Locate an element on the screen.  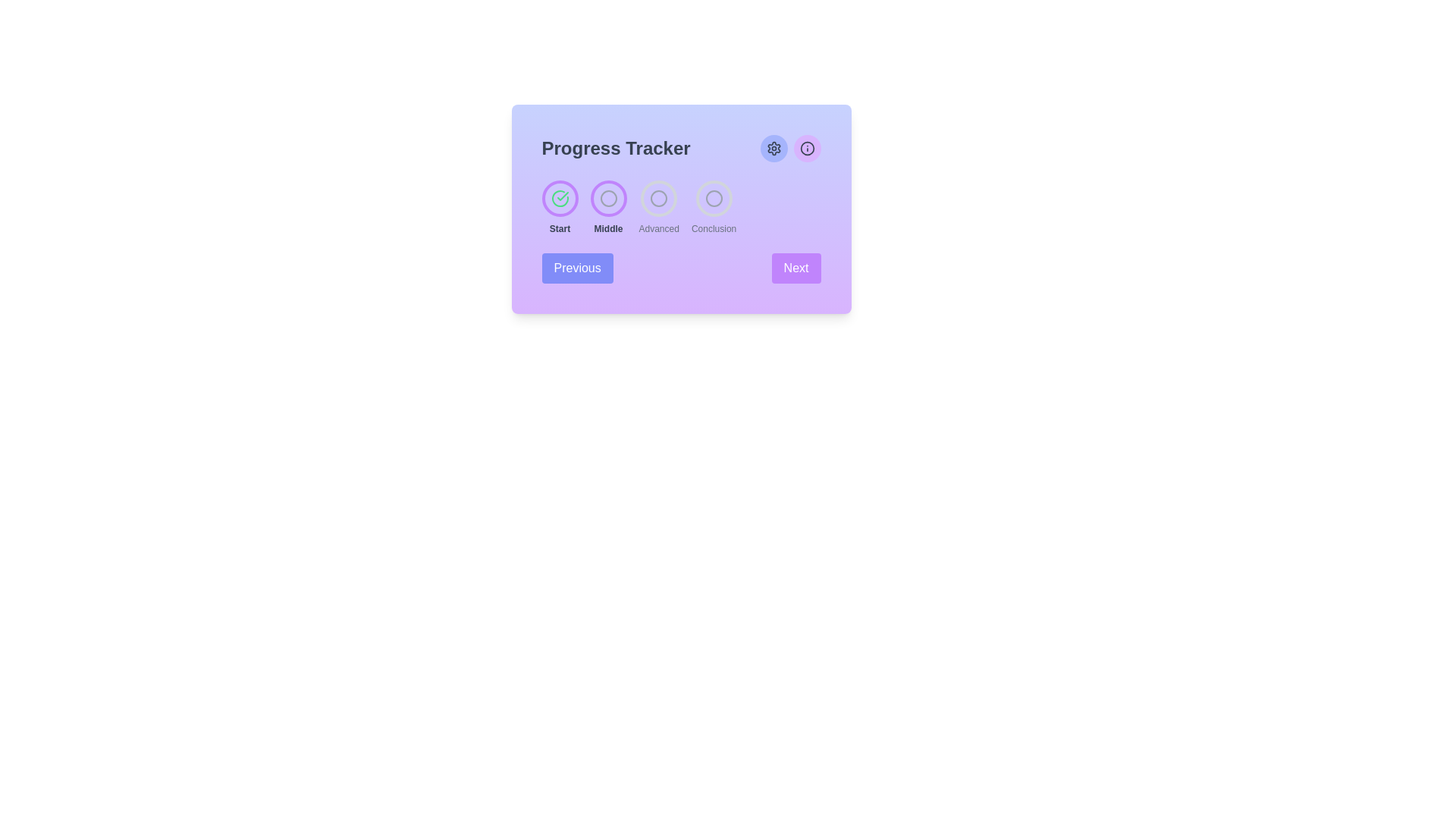
the circular purple button with an 'i' icon located in the top-right corner of the card interface is located at coordinates (806, 149).